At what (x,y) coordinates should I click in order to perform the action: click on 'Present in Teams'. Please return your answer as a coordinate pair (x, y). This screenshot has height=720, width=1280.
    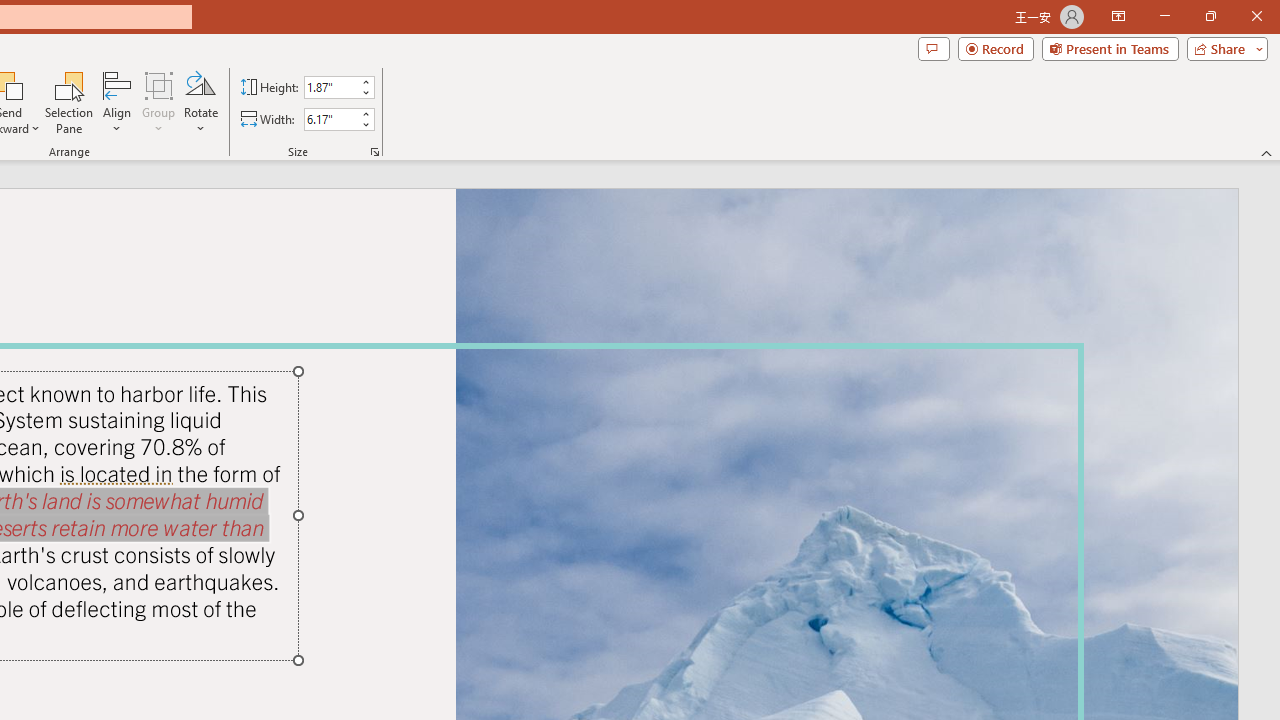
    Looking at the image, I should click on (1109, 47).